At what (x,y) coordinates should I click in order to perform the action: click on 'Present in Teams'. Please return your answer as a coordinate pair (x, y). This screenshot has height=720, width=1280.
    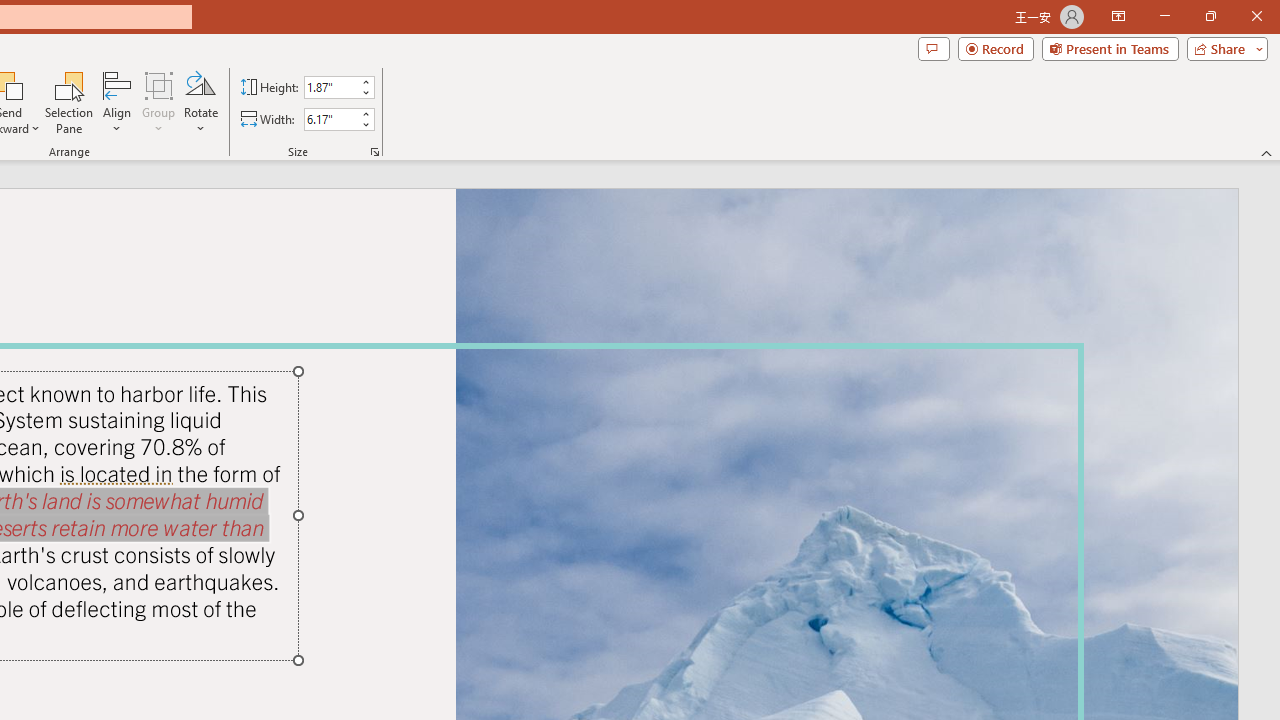
    Looking at the image, I should click on (1109, 47).